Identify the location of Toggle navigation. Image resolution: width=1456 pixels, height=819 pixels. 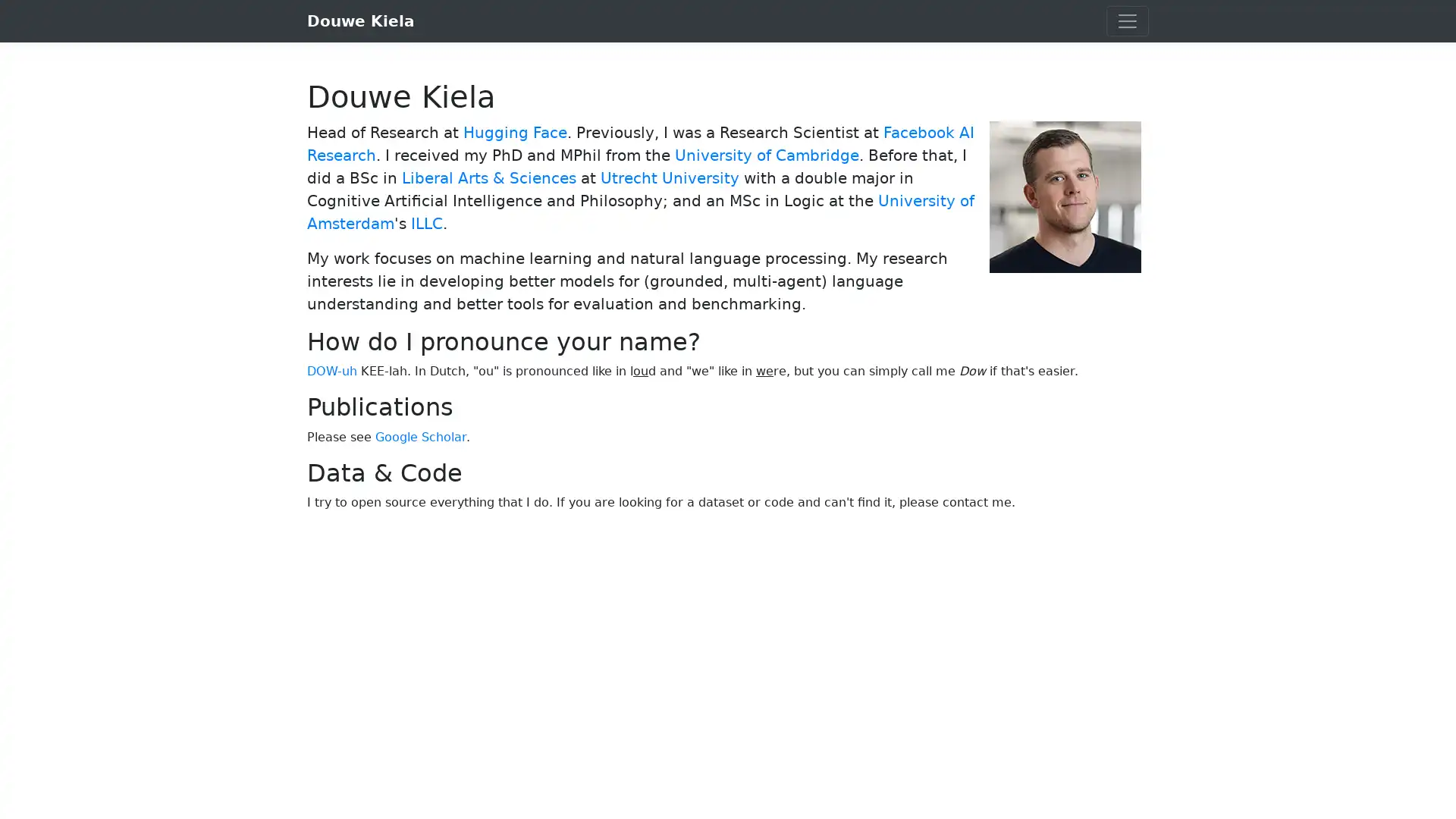
(1128, 20).